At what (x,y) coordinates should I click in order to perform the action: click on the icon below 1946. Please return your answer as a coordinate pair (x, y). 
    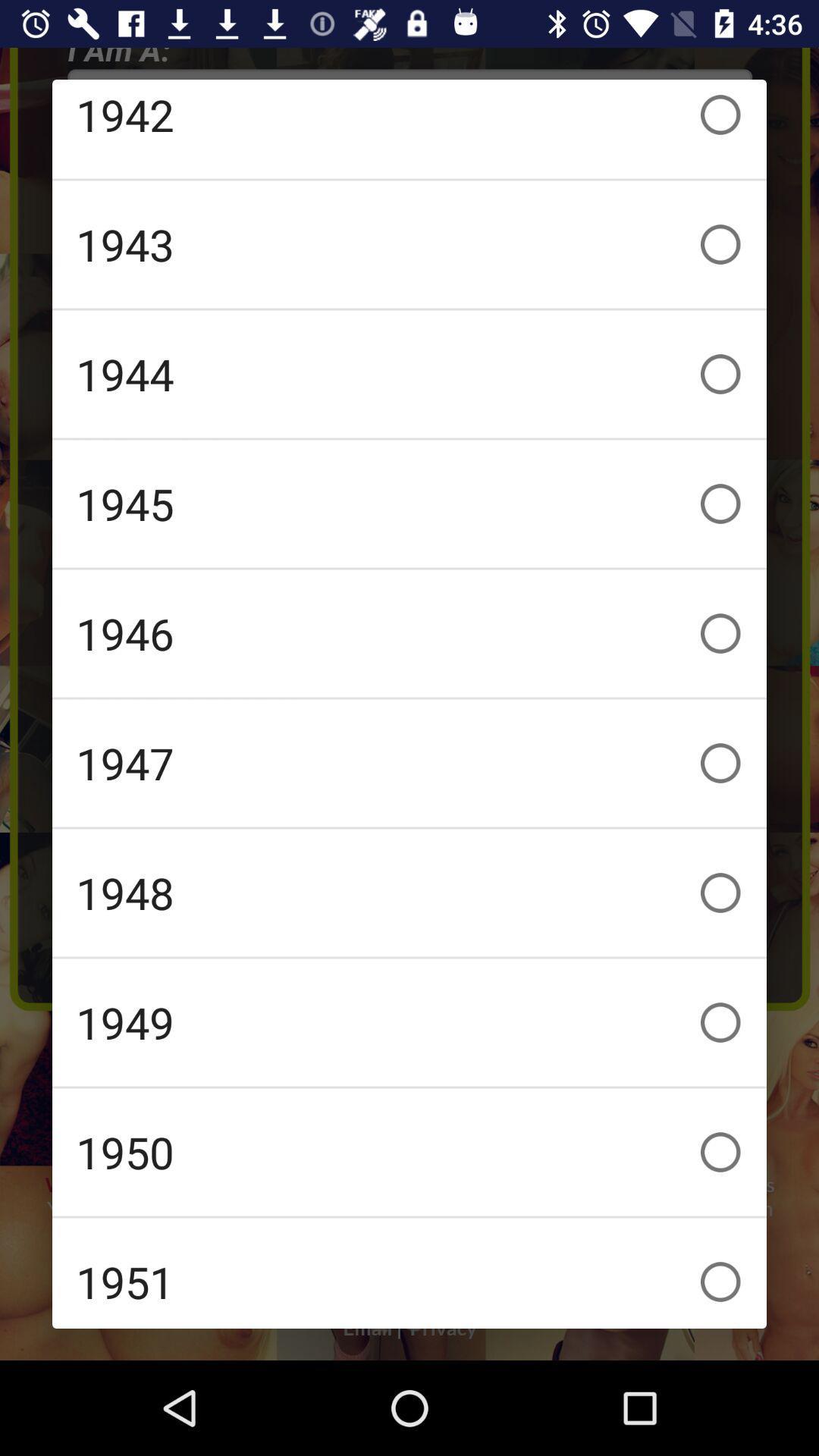
    Looking at the image, I should click on (409, 763).